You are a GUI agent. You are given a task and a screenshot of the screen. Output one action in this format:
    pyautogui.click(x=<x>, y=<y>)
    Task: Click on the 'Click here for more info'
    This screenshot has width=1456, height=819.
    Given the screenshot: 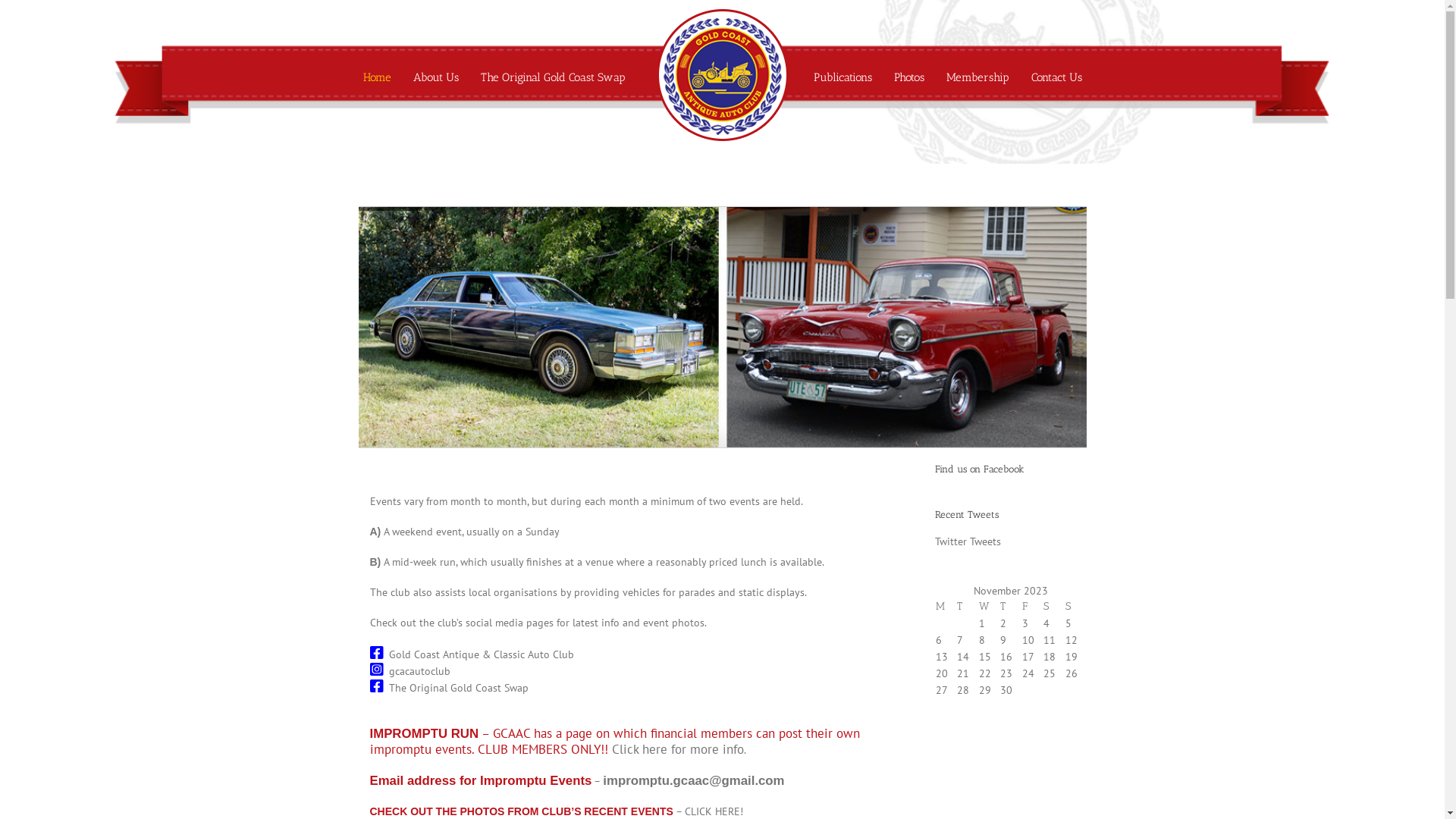 What is the action you would take?
    pyautogui.click(x=611, y=748)
    